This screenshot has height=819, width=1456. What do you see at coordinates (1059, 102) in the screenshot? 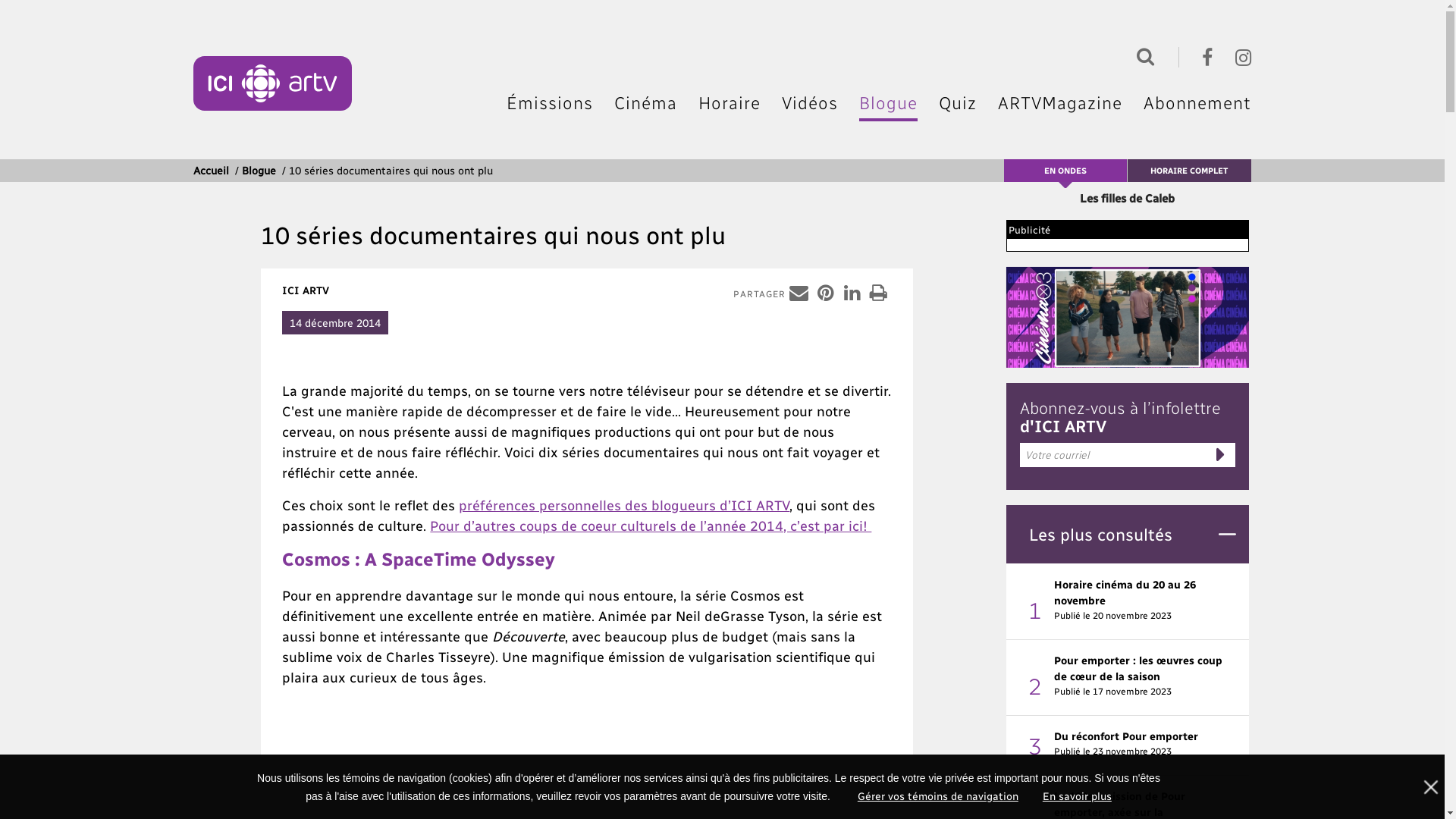
I see `'ARTVMagazine'` at bounding box center [1059, 102].